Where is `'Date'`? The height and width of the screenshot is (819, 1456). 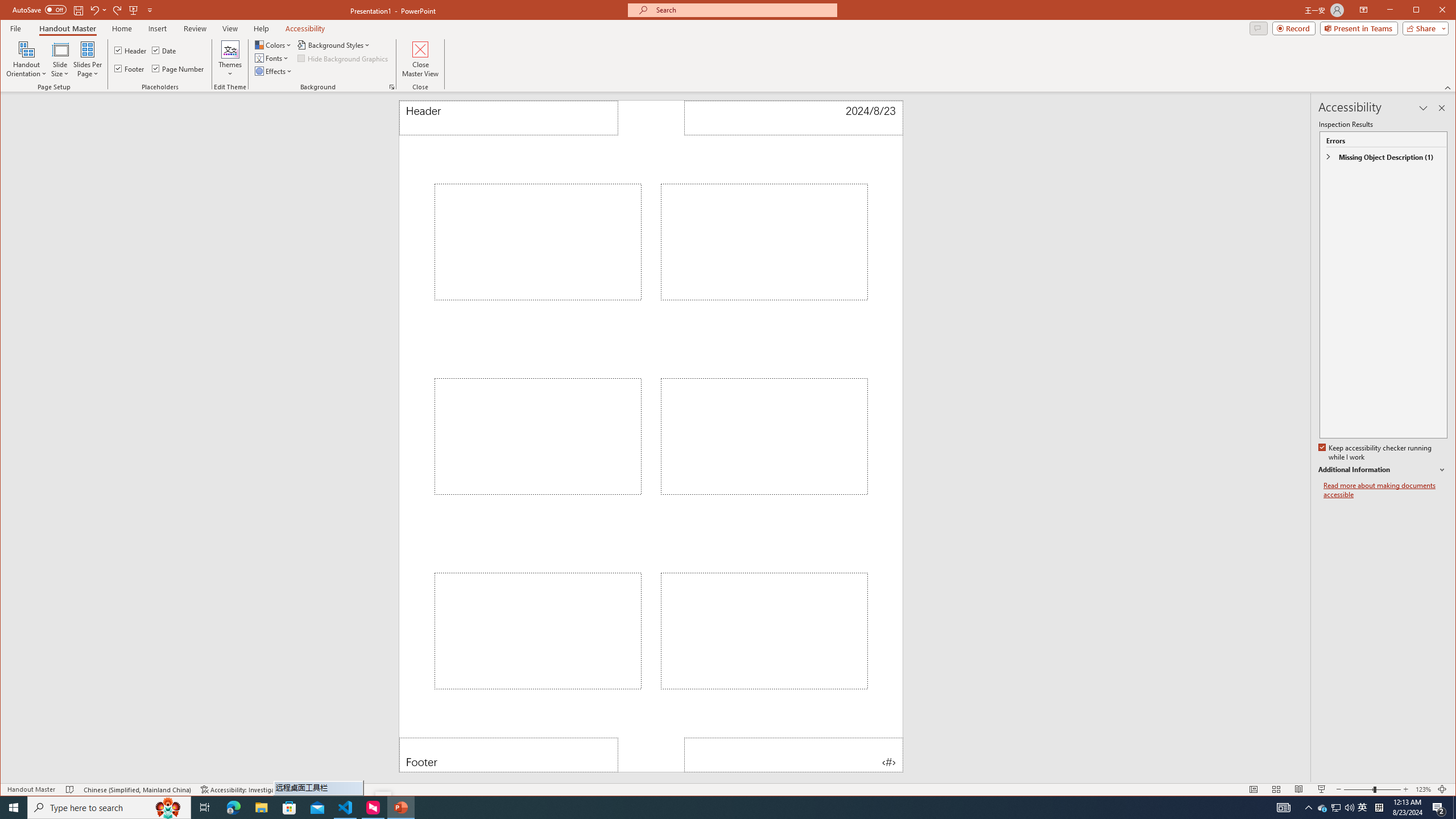
'Date' is located at coordinates (164, 49).